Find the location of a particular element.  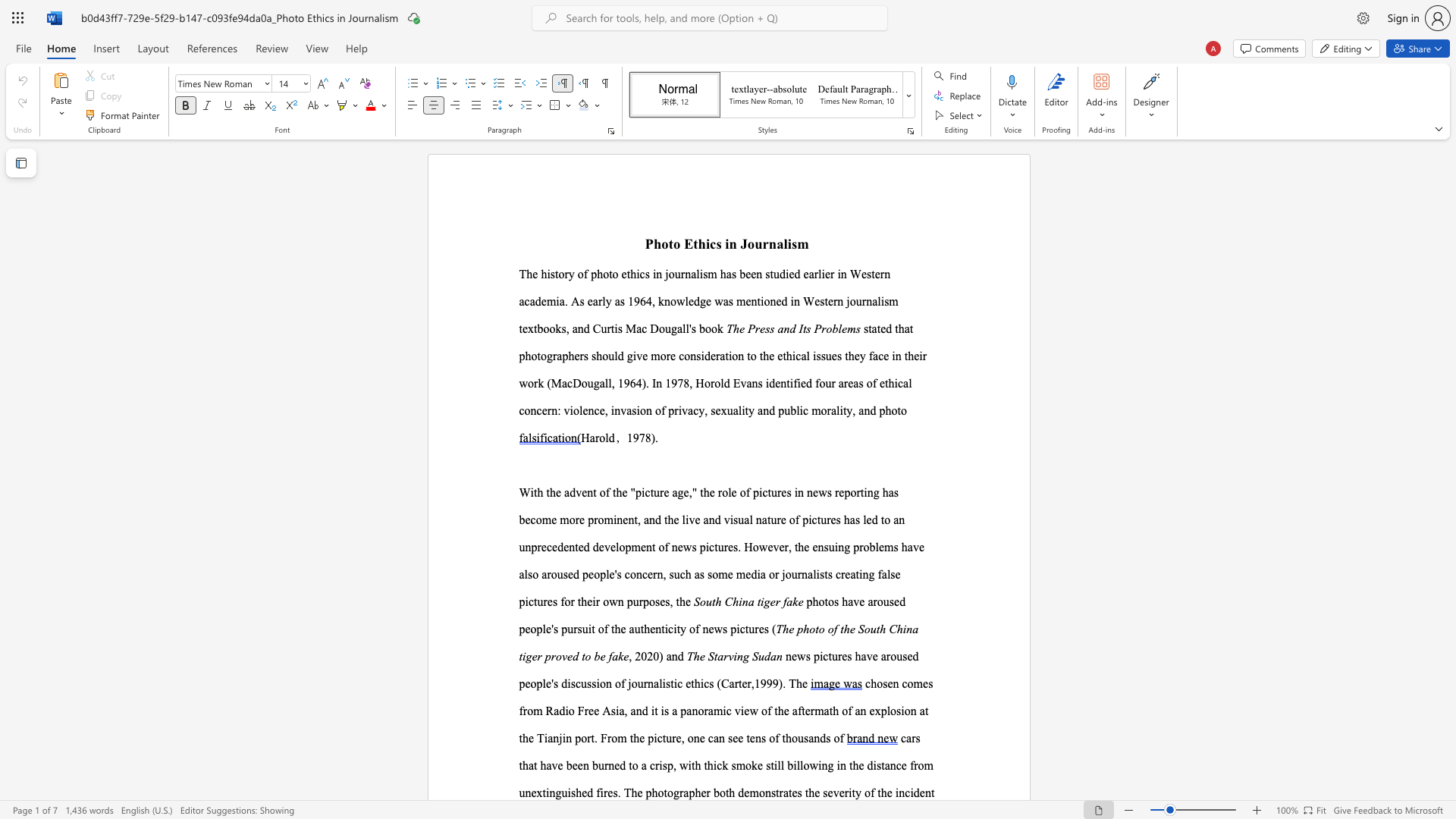

the subset text "ogr" within the text "photographer" is located at coordinates (667, 792).